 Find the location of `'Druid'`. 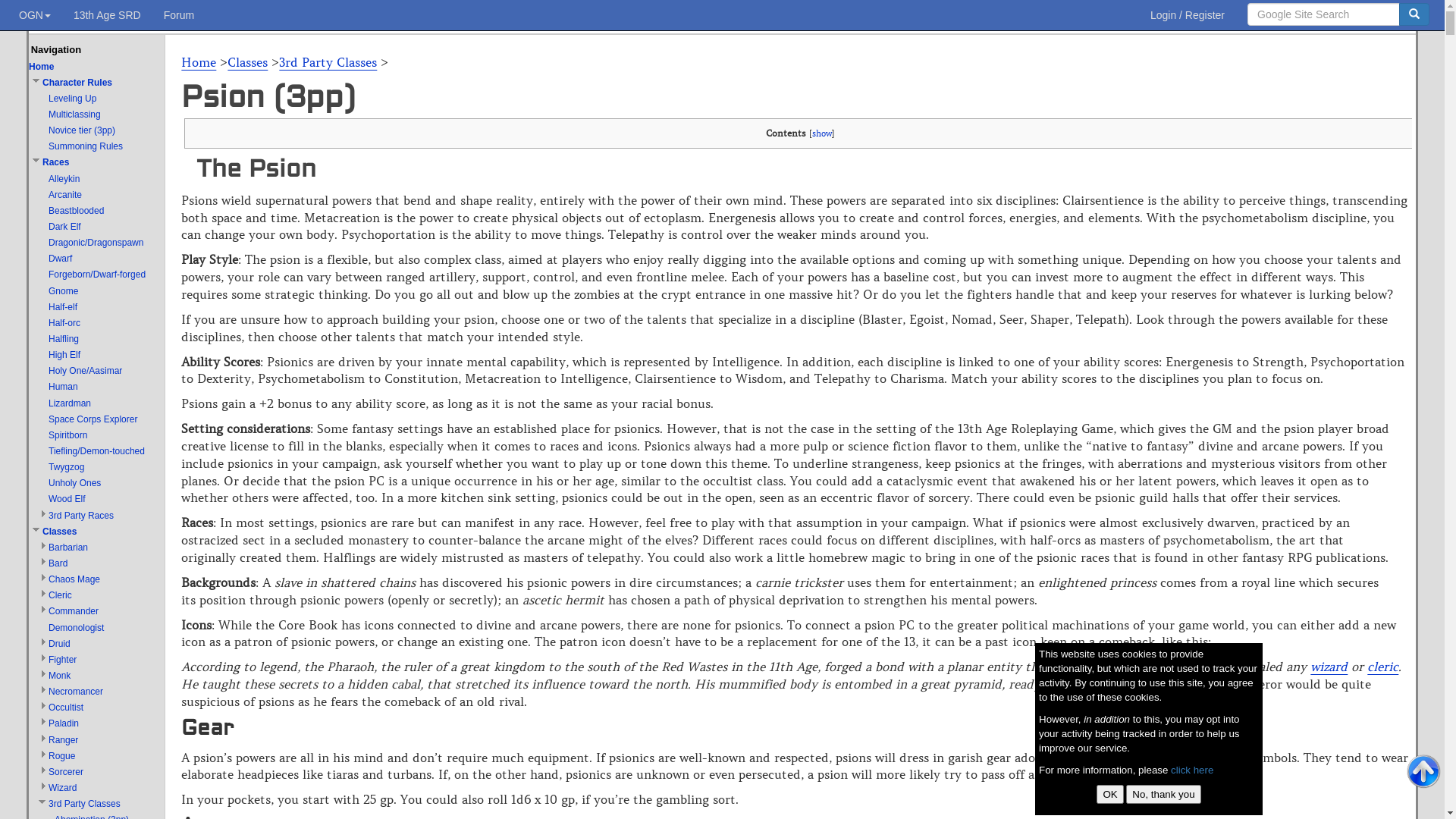

'Druid' is located at coordinates (59, 643).